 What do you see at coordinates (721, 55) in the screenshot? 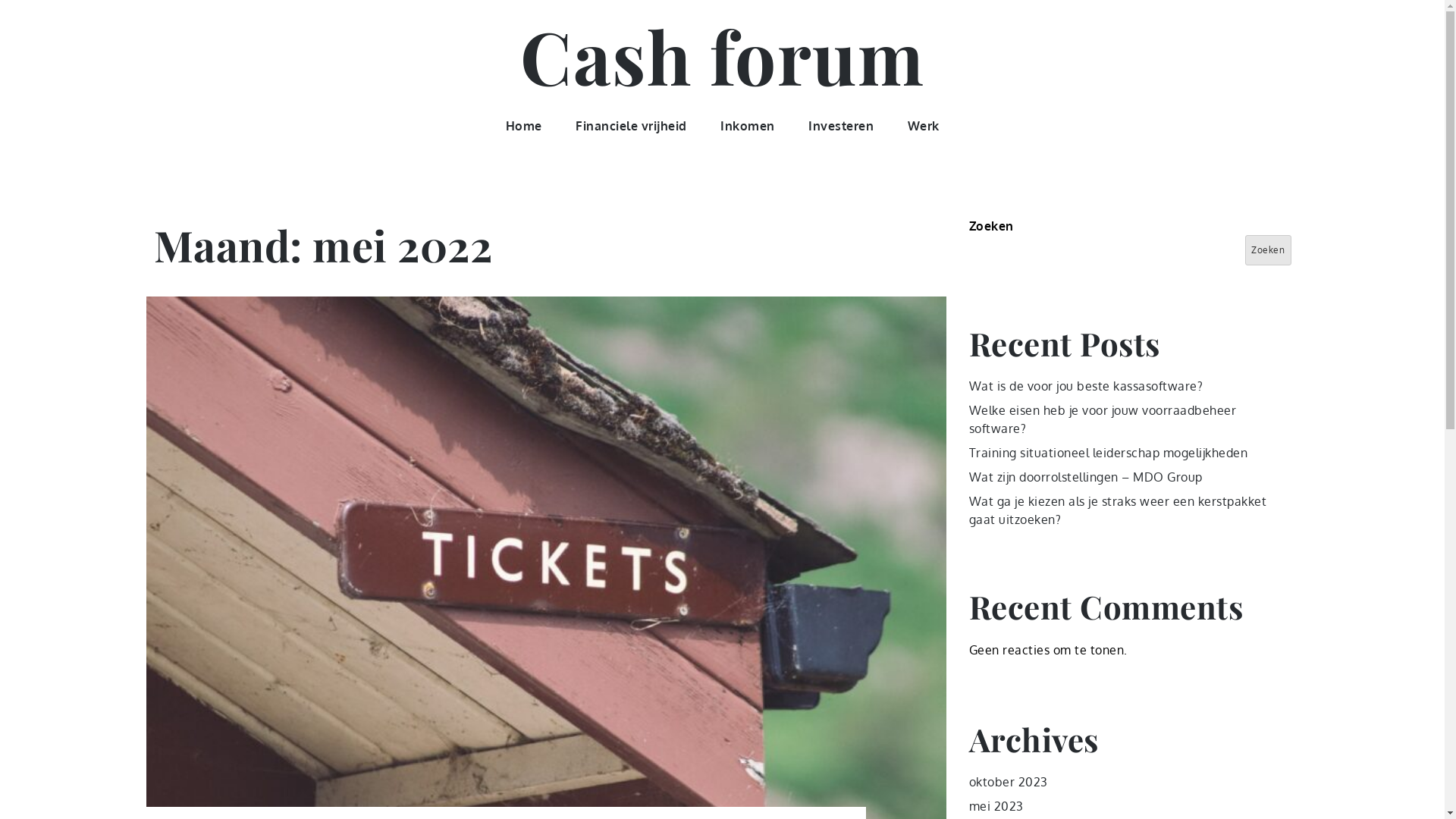
I see `'Cash forum'` at bounding box center [721, 55].